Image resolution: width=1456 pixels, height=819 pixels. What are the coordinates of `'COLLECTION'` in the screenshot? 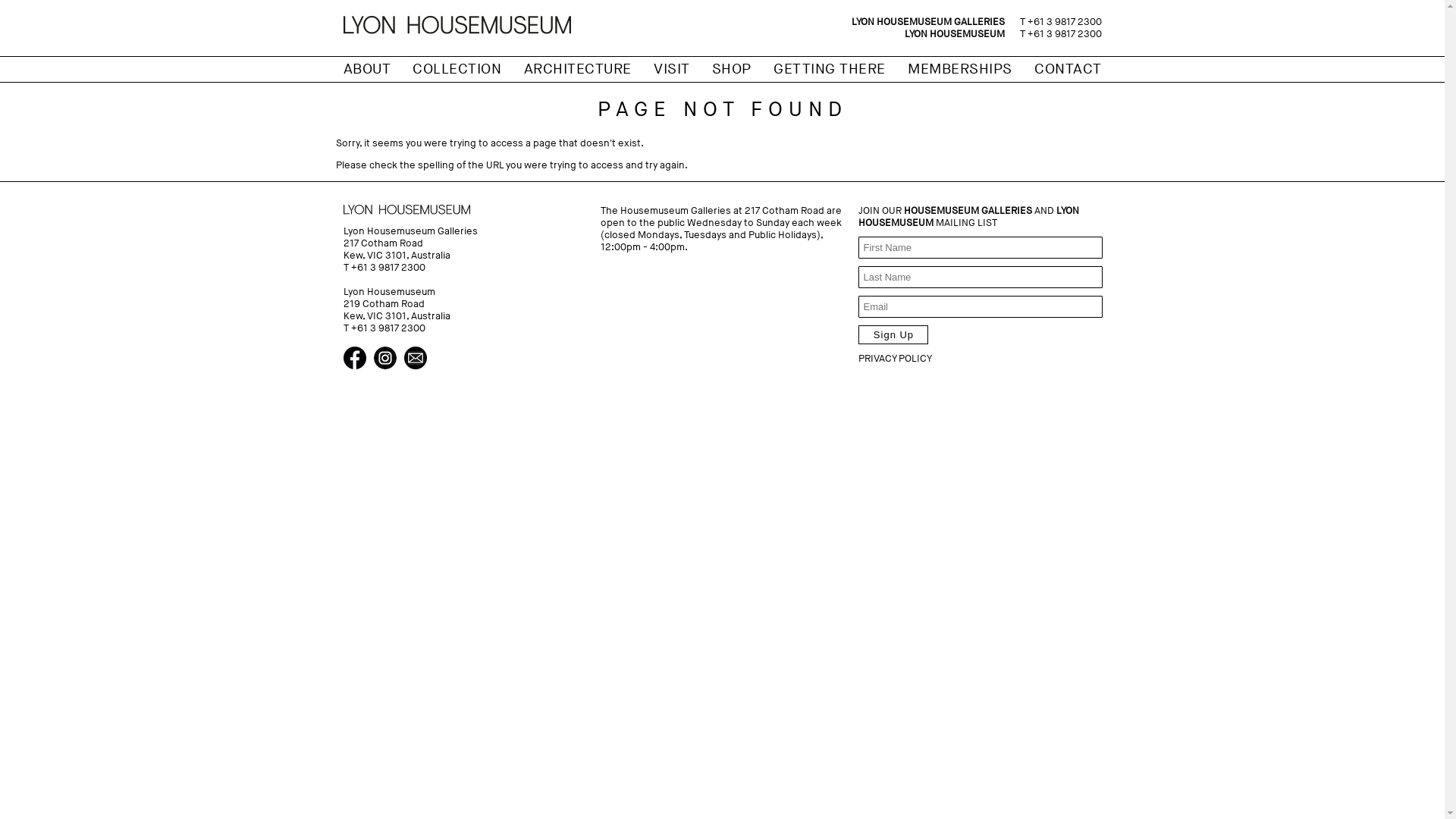 It's located at (456, 69).